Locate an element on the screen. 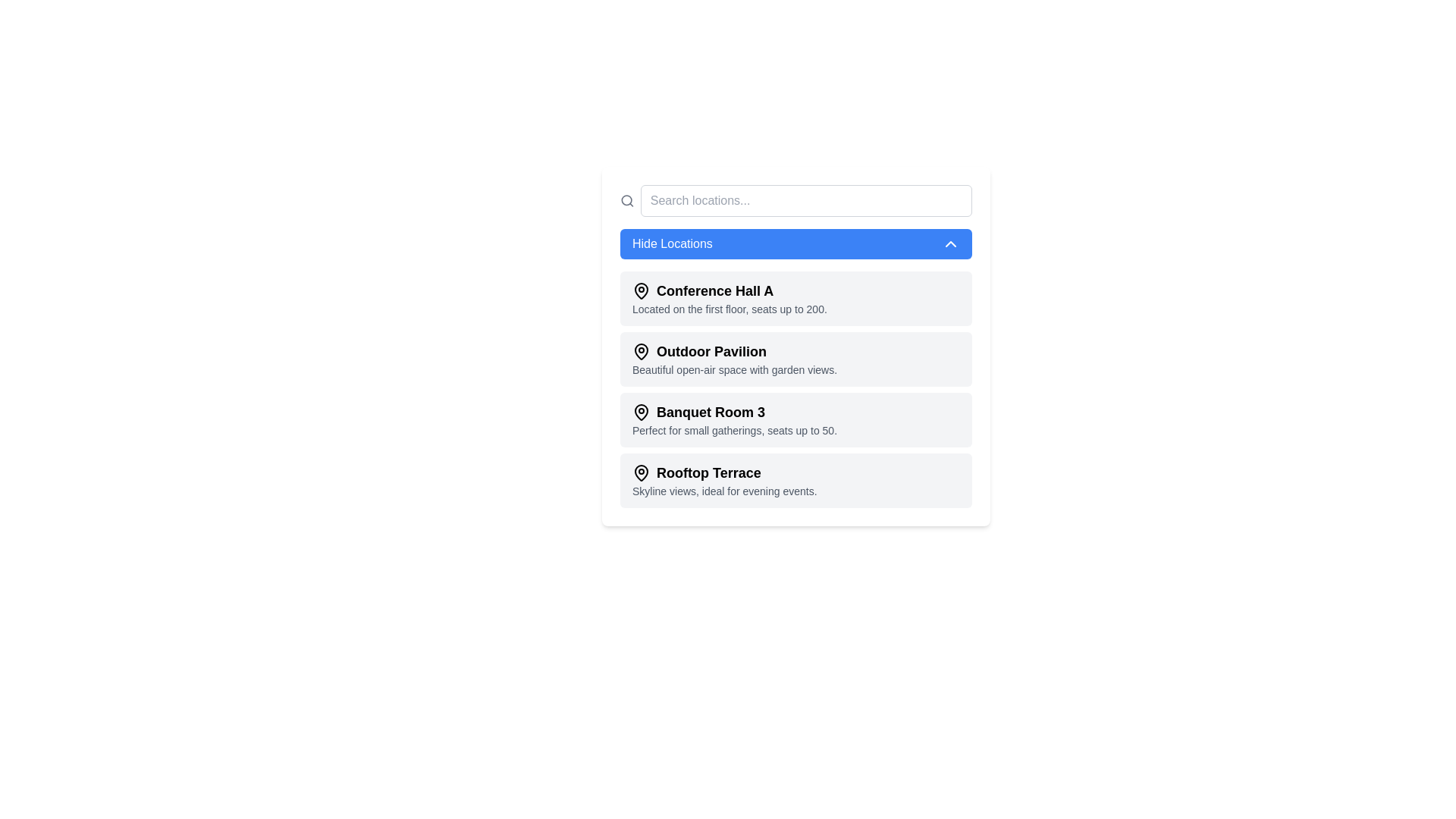 Image resolution: width=1456 pixels, height=819 pixels. the 'Outdoor Pavilion' text label with the map pin icon is located at coordinates (735, 351).